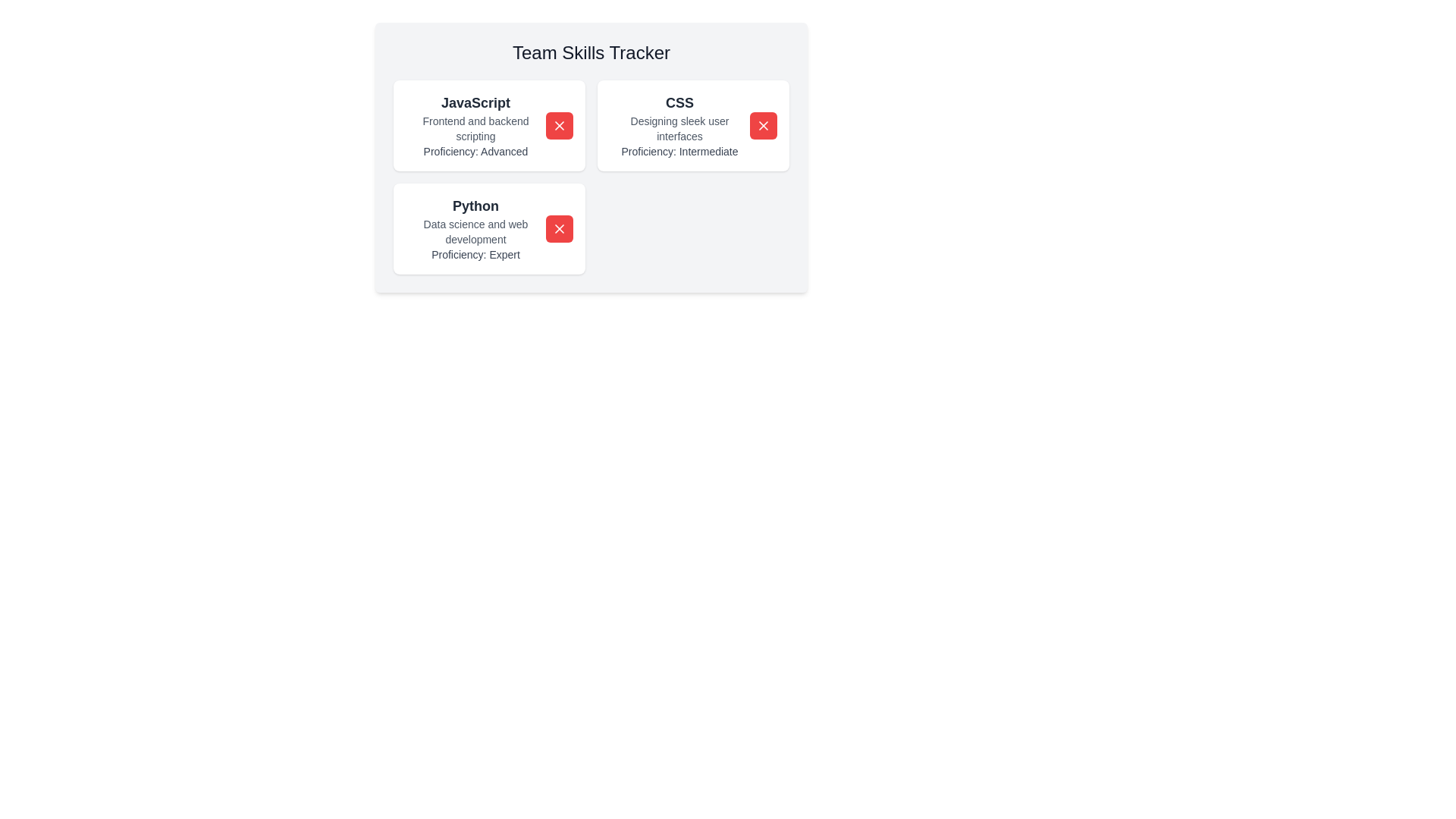  What do you see at coordinates (764, 124) in the screenshot?
I see `red 'X' button on the skill card for CSS` at bounding box center [764, 124].